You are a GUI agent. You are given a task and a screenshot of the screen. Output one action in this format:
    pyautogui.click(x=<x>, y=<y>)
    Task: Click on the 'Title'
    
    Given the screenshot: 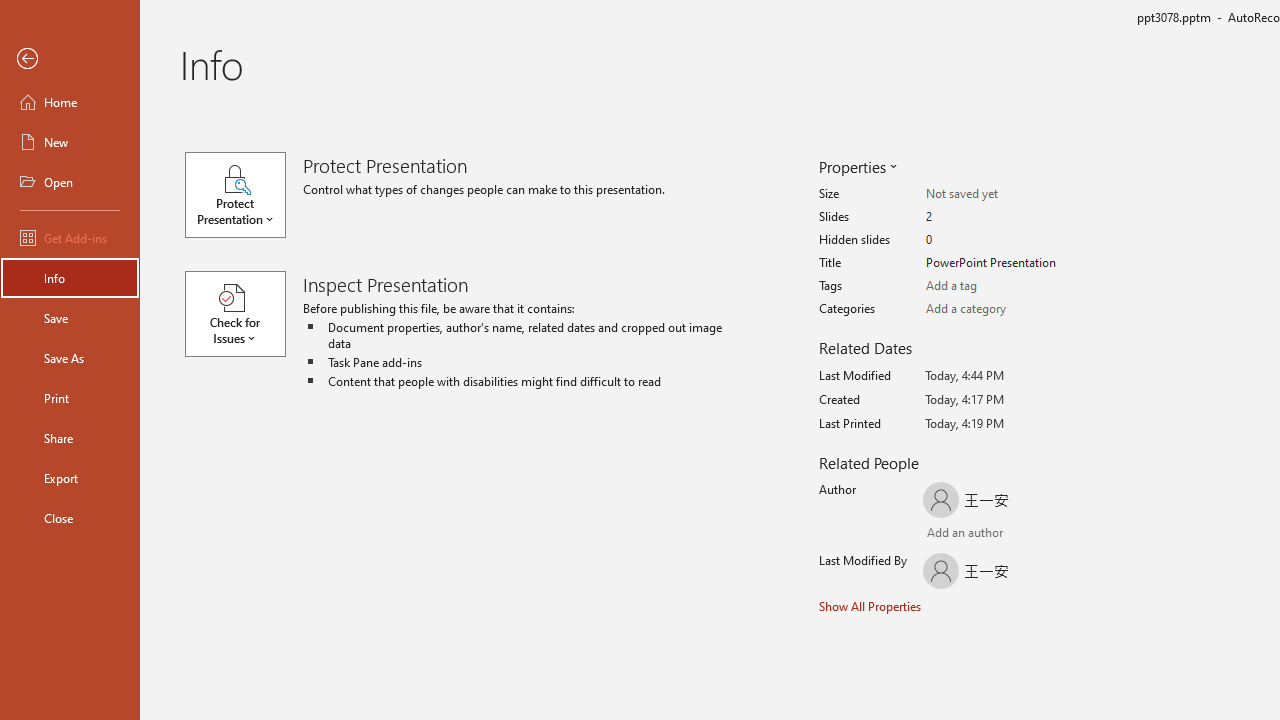 What is the action you would take?
    pyautogui.click(x=1004, y=262)
    